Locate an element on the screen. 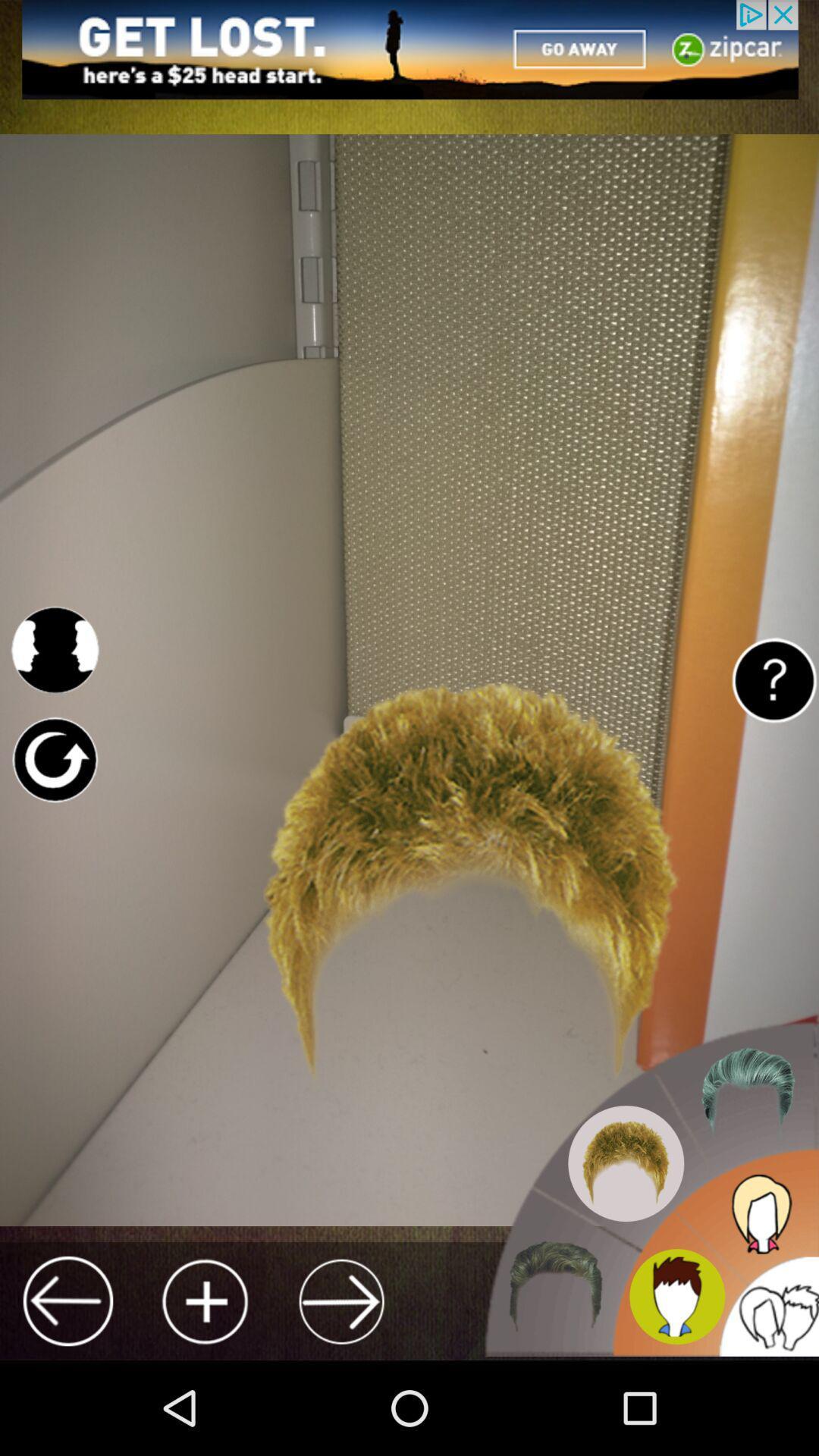 The width and height of the screenshot is (819, 1456). advertisement link is located at coordinates (409, 49).